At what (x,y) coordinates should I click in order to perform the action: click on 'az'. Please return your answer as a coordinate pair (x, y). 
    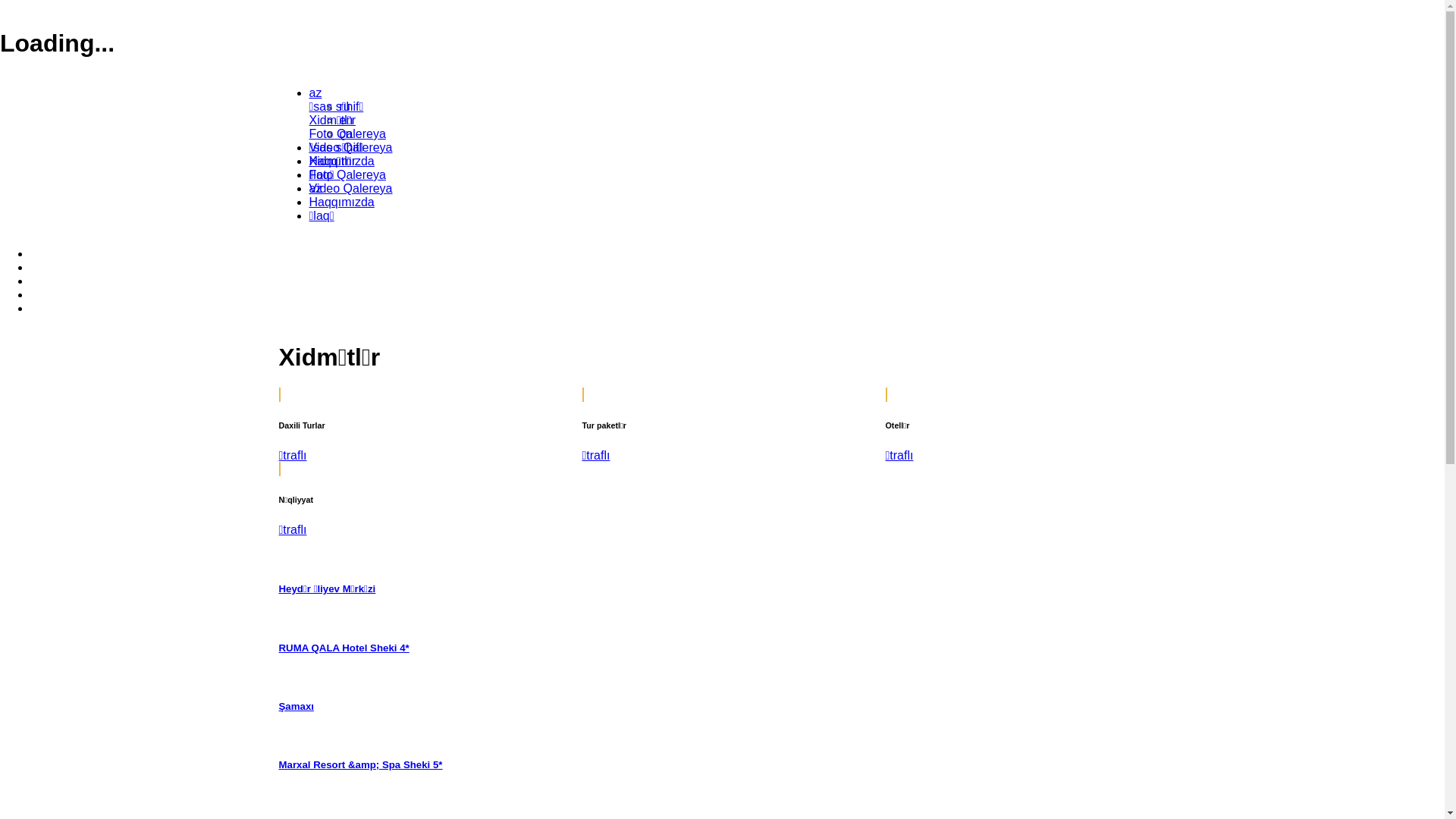
    Looking at the image, I should click on (315, 93).